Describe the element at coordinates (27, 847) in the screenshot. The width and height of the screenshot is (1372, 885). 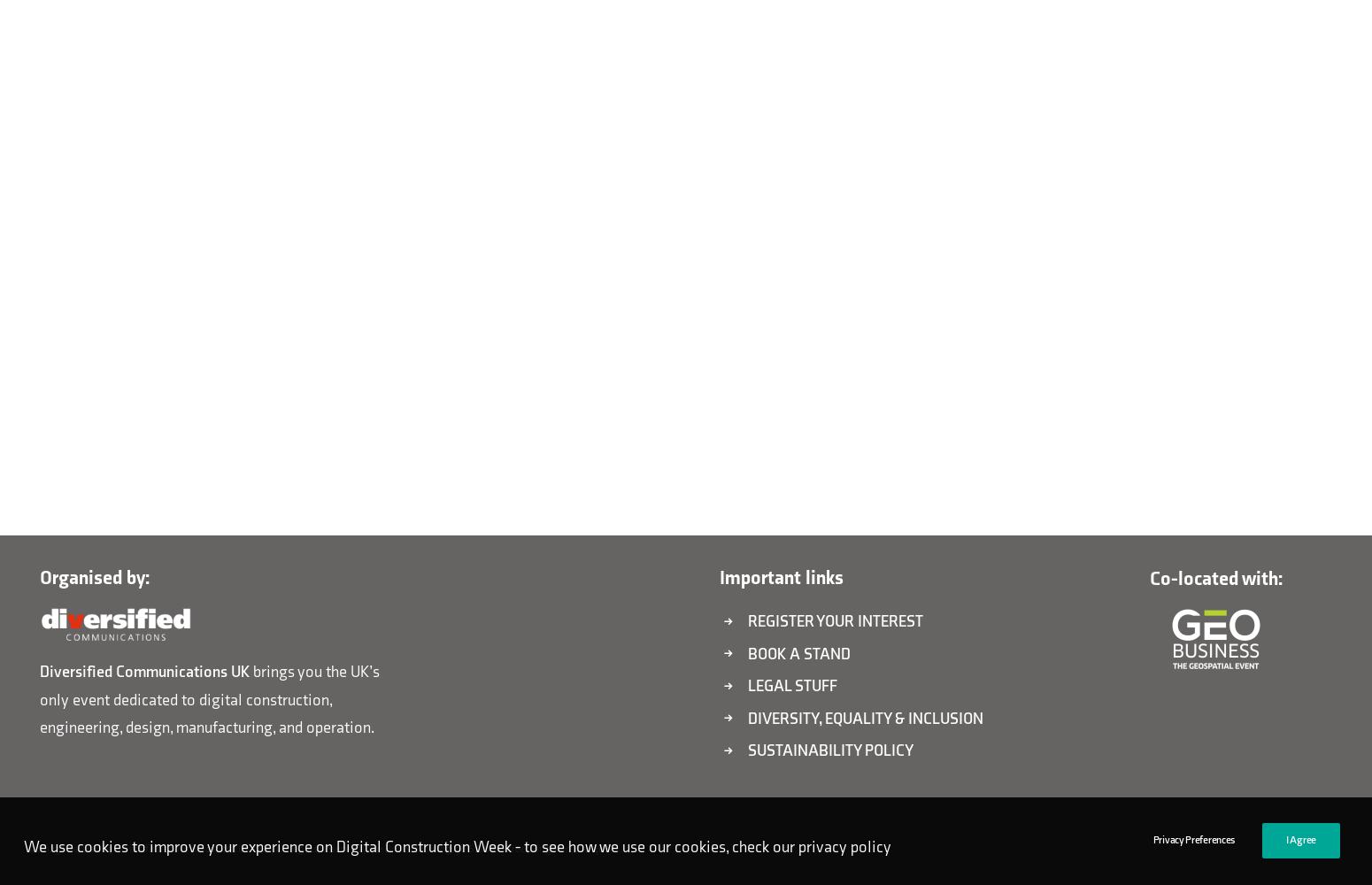
I see `'© 2023 Powered by Diversified Communications UK LTD | All Rights Reserved | The Brinell Building, 30 Station Street, Brighton. BN1 4RB'` at that location.